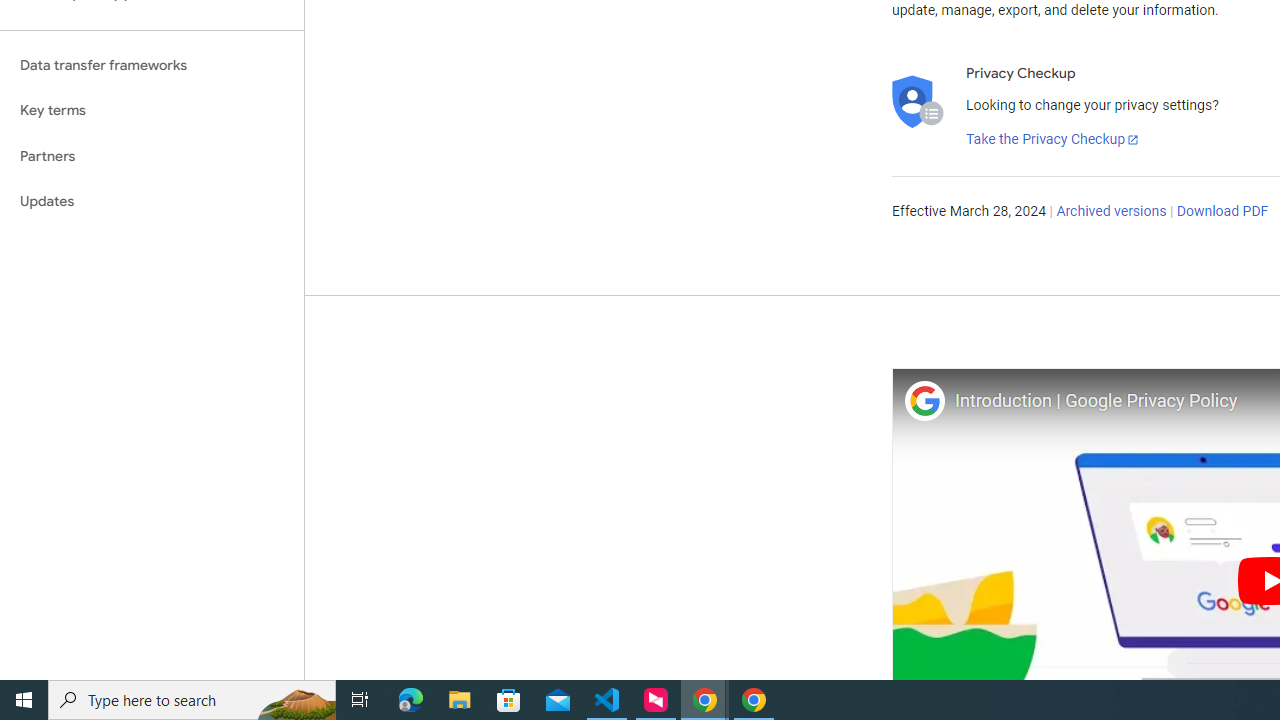  I want to click on 'Take the Privacy Checkup', so click(1052, 139).